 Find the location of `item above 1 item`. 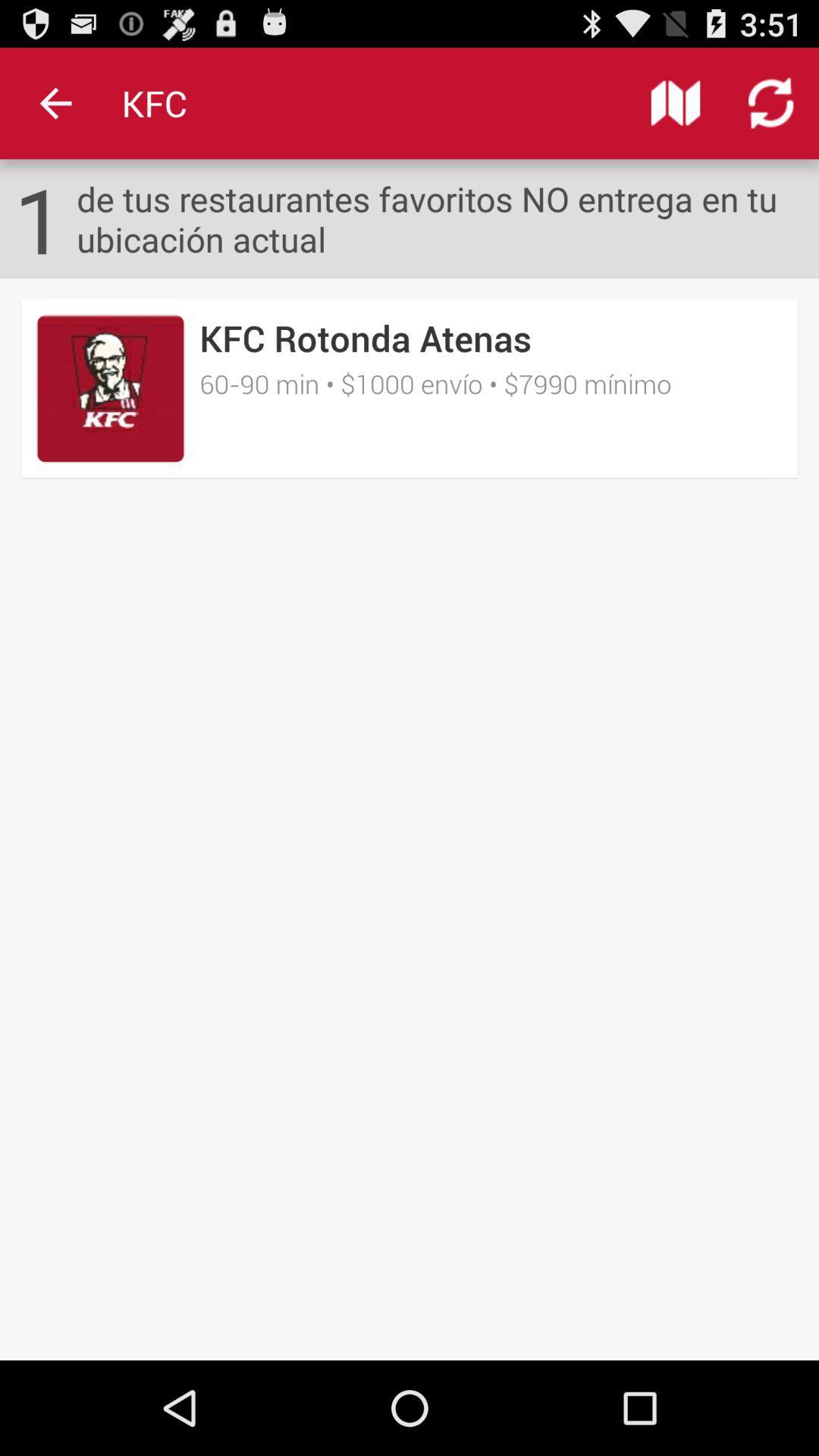

item above 1 item is located at coordinates (55, 102).